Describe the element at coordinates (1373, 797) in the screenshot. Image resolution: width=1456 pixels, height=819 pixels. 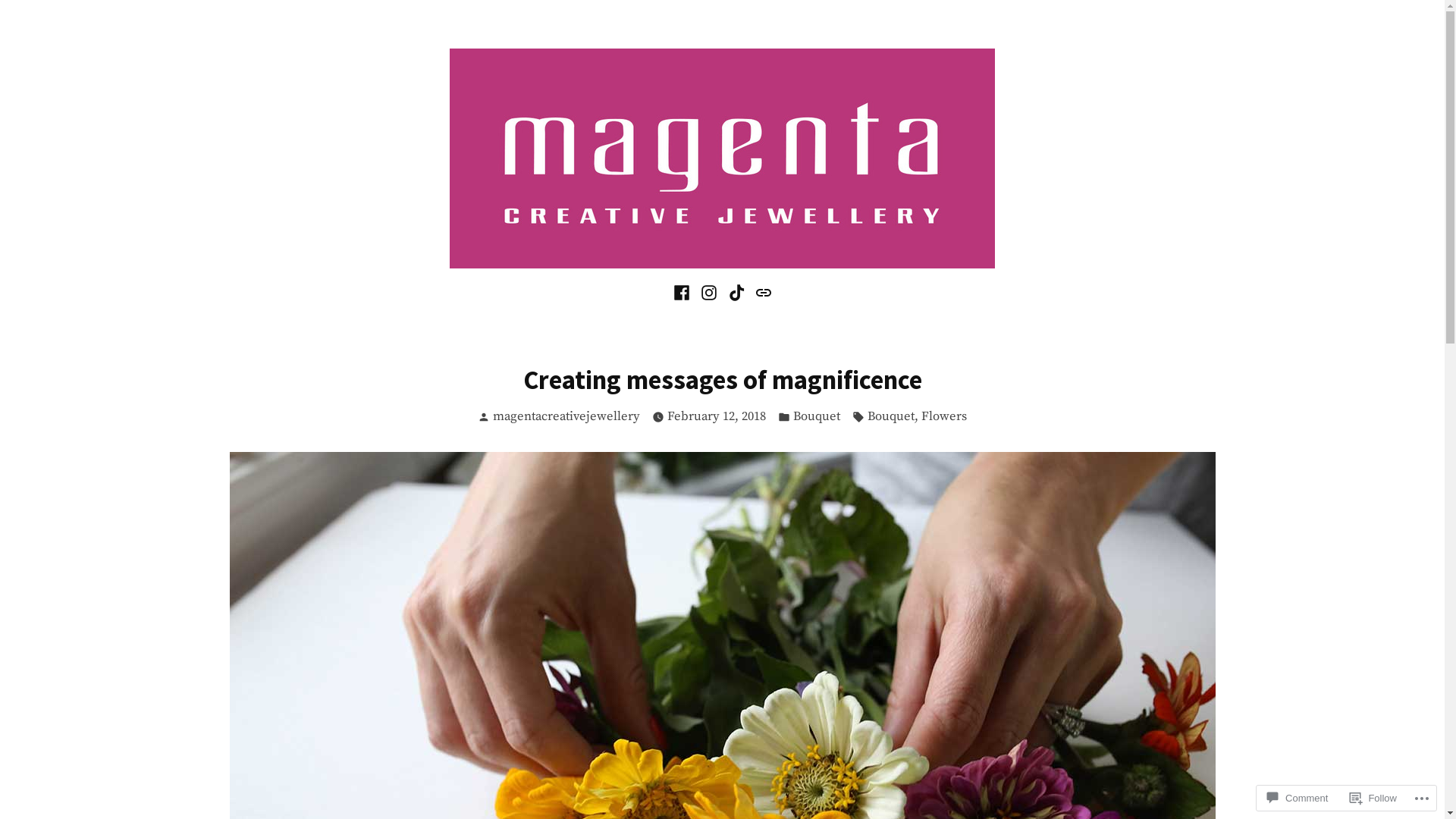
I see `'Follow'` at that location.